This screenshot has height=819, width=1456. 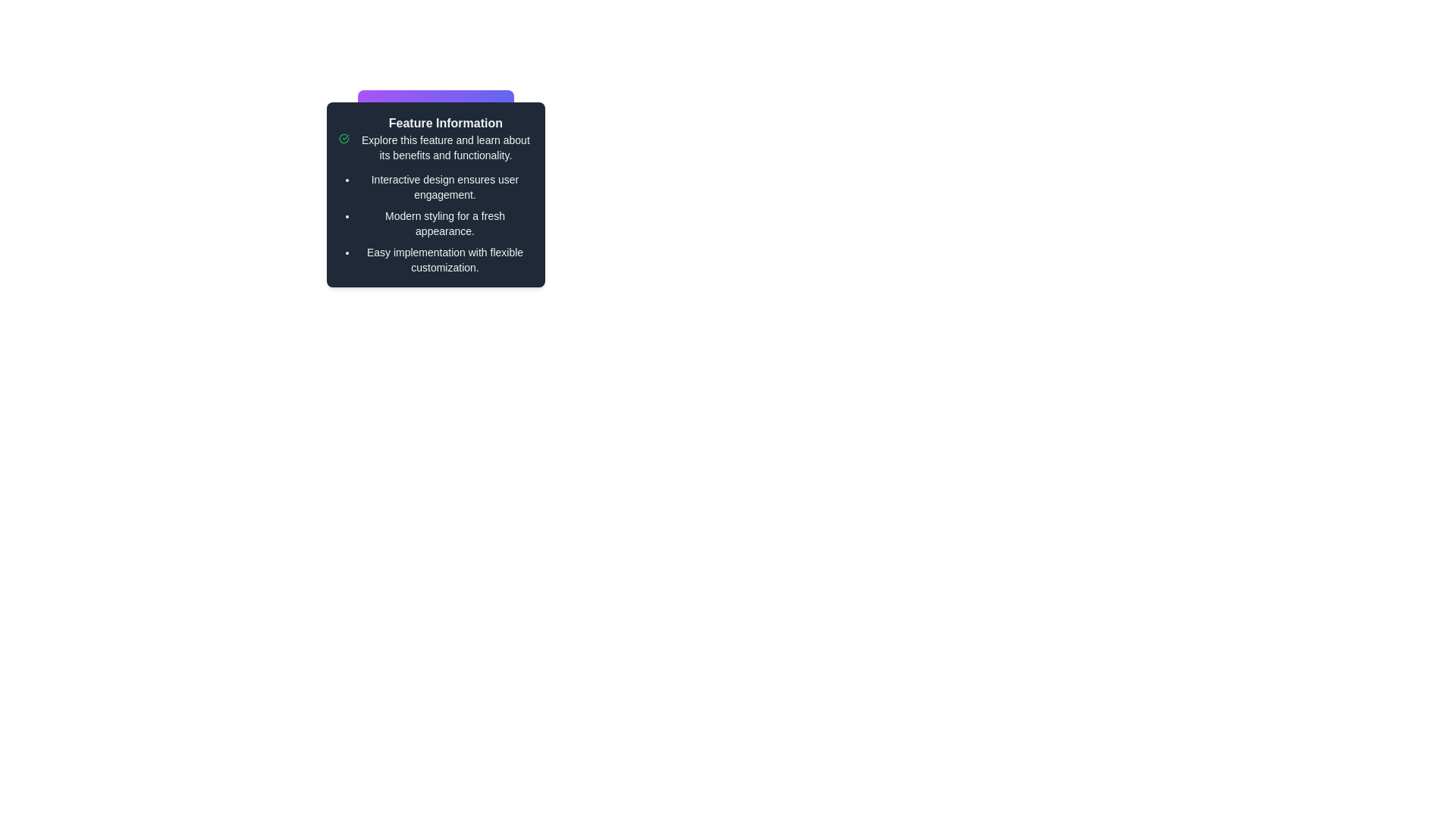 I want to click on content within the Informational panel located centrally below the 'Learn About Feature' button, so click(x=435, y=194).